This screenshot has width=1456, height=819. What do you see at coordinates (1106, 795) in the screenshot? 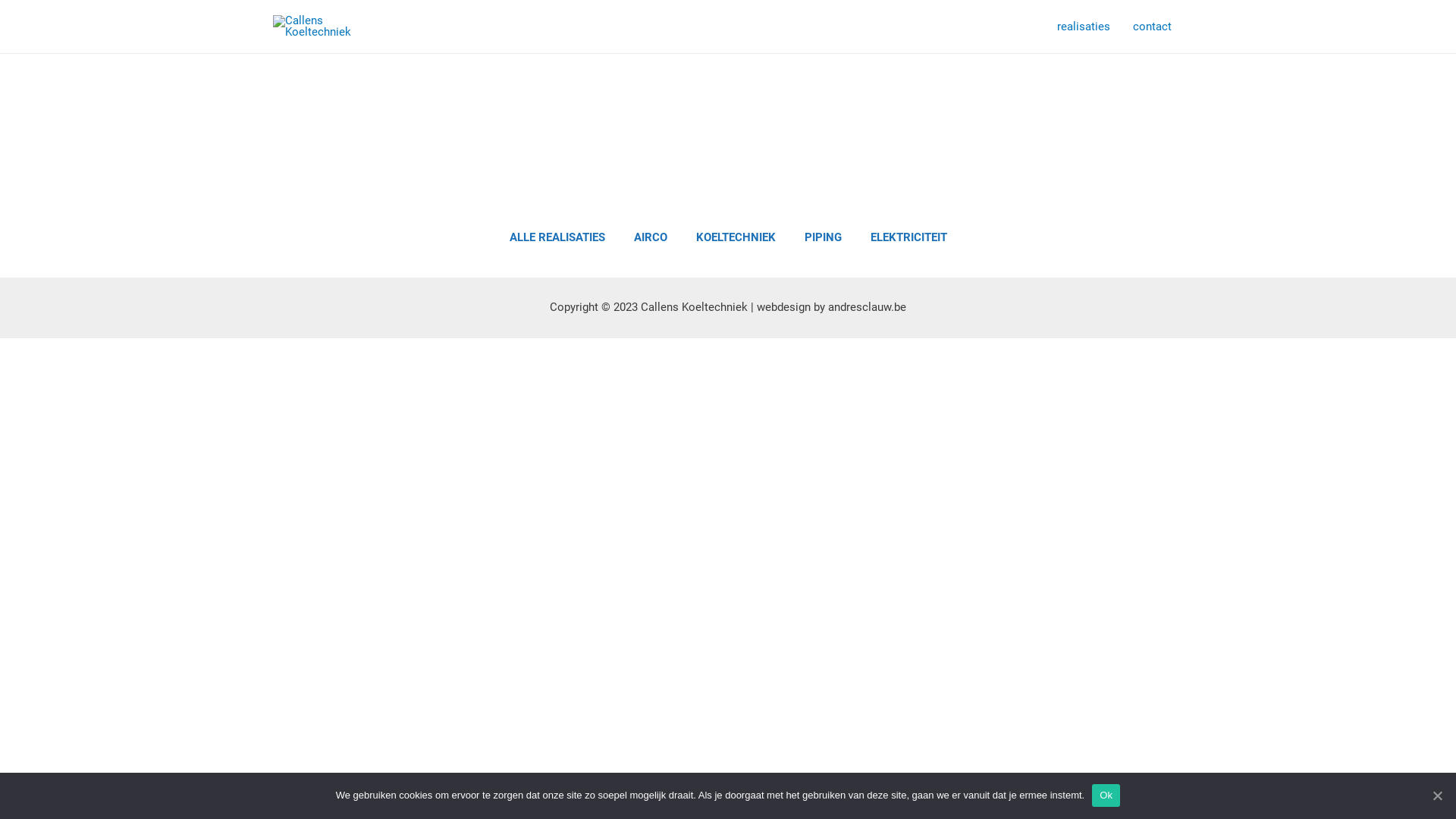
I see `'Ok'` at bounding box center [1106, 795].